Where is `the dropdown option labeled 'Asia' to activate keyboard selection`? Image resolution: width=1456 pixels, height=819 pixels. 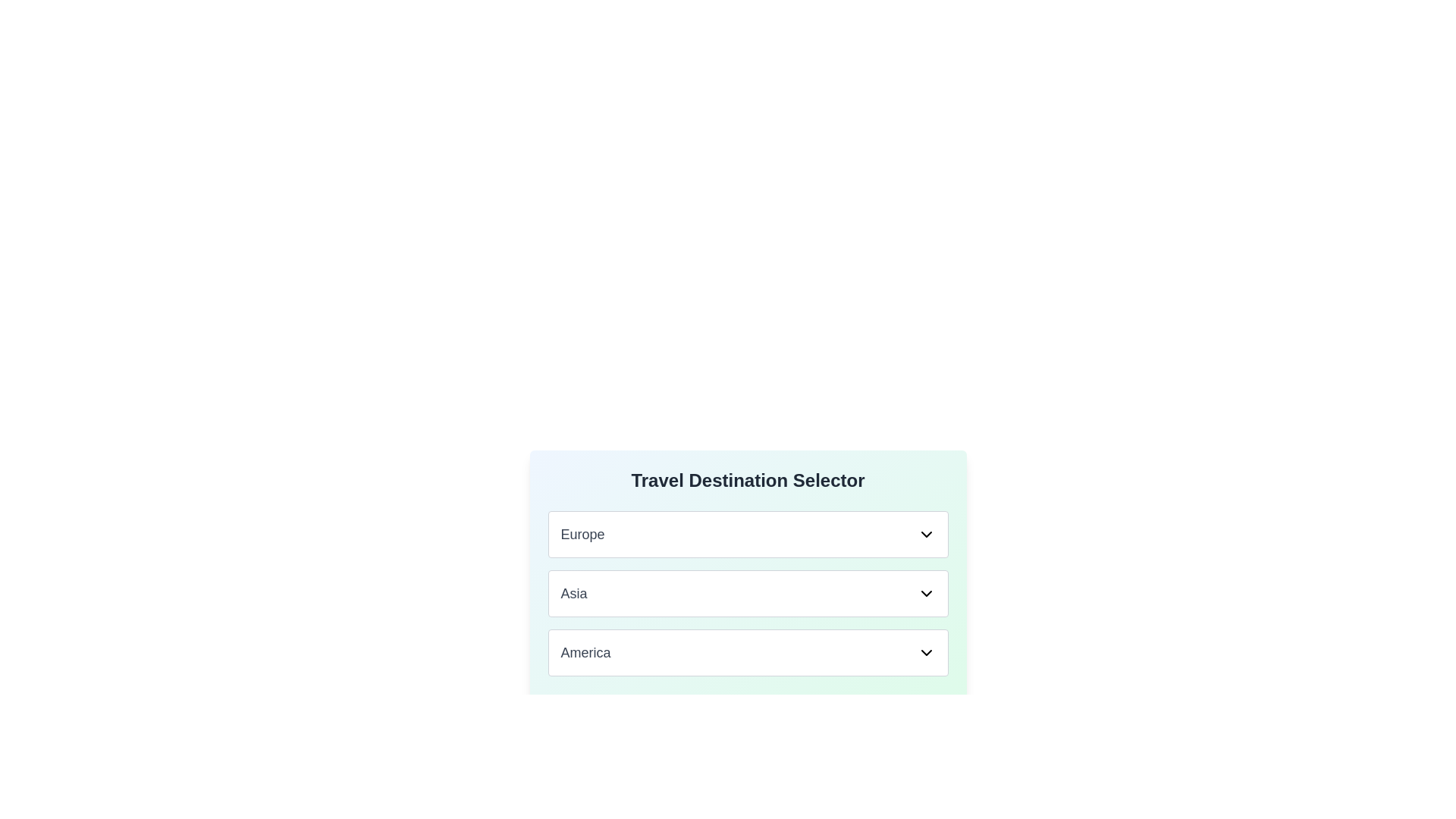 the dropdown option labeled 'Asia' to activate keyboard selection is located at coordinates (748, 593).